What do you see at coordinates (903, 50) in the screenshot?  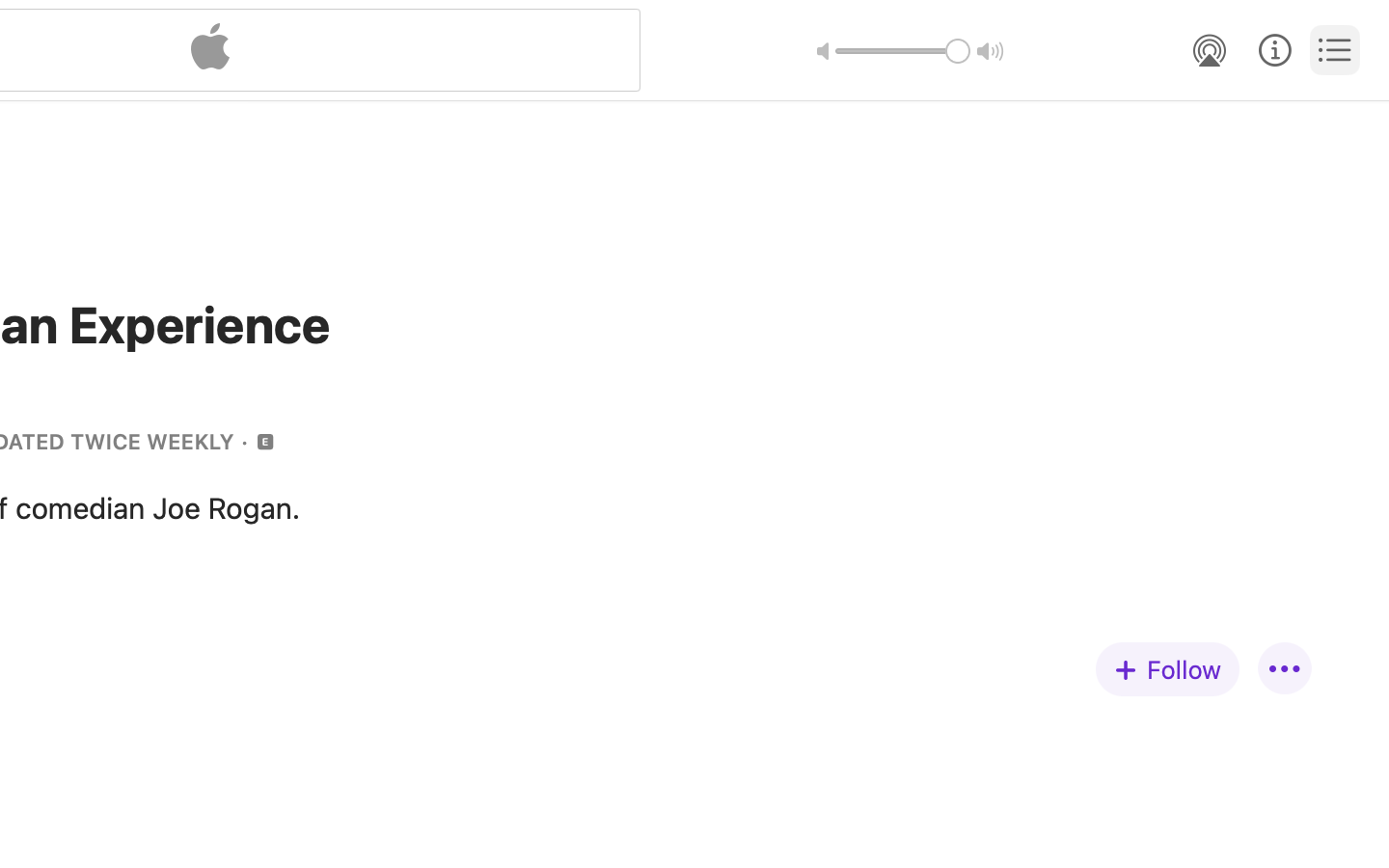 I see `'1.0'` at bounding box center [903, 50].